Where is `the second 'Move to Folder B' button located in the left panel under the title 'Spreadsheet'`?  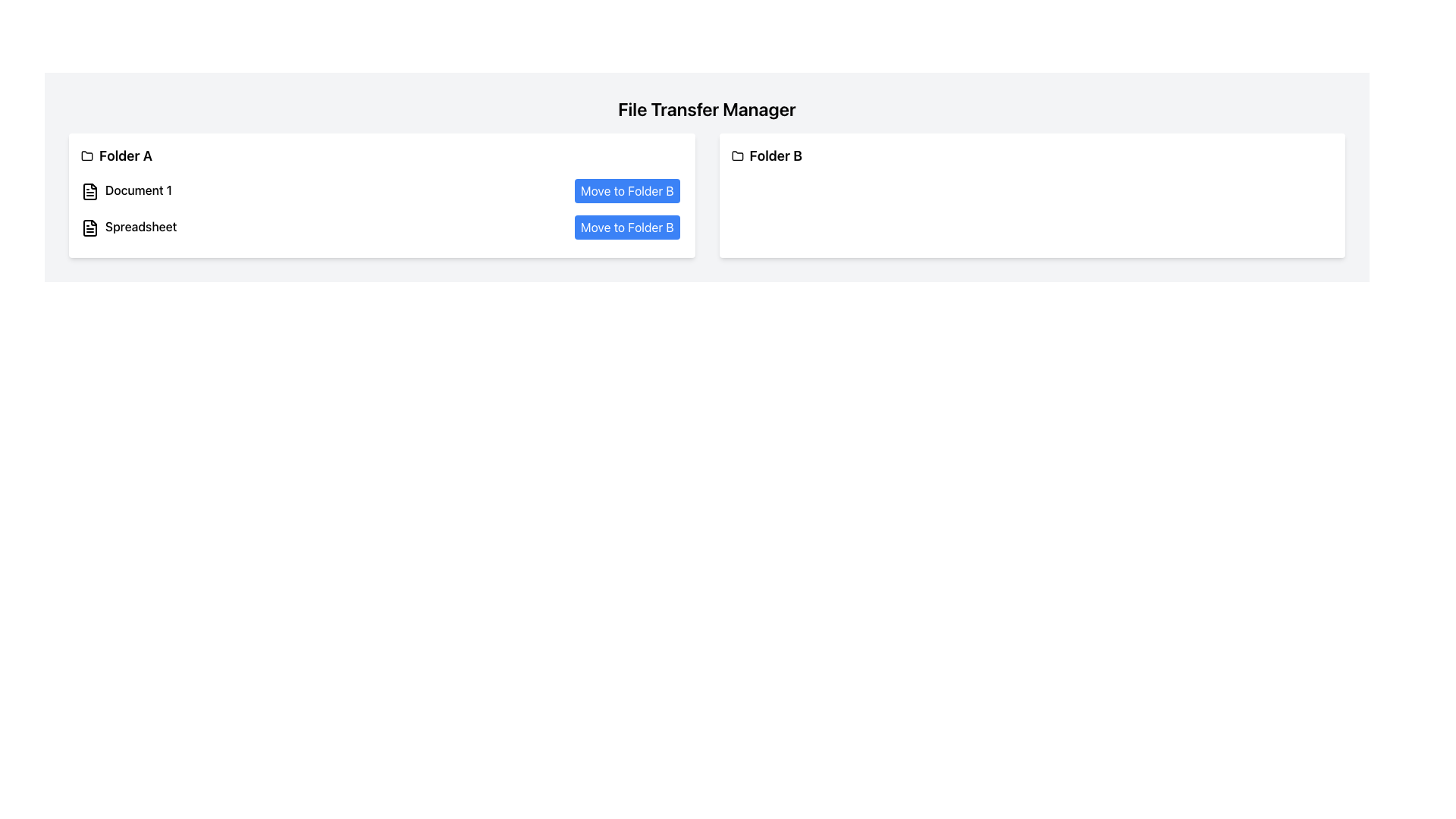
the second 'Move to Folder B' button located in the left panel under the title 'Spreadsheet' is located at coordinates (626, 227).